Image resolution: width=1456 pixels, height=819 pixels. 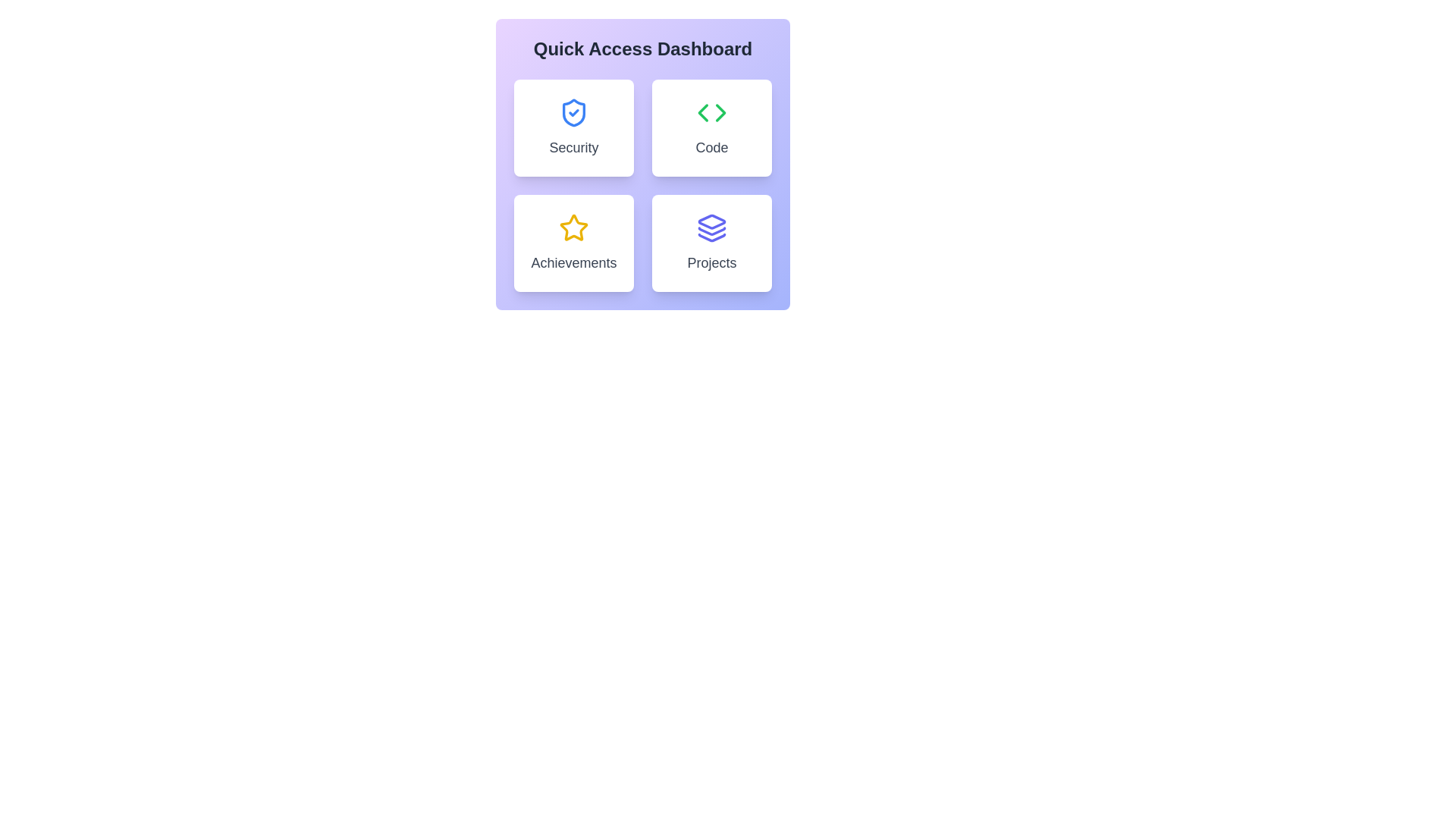 I want to click on the SVG graphic representing the security feature located in the top-left quadrant of the grid under the 'Quick Access Dashboard' header, which visually indicates the meaning of the 'Security' label, so click(x=573, y=112).